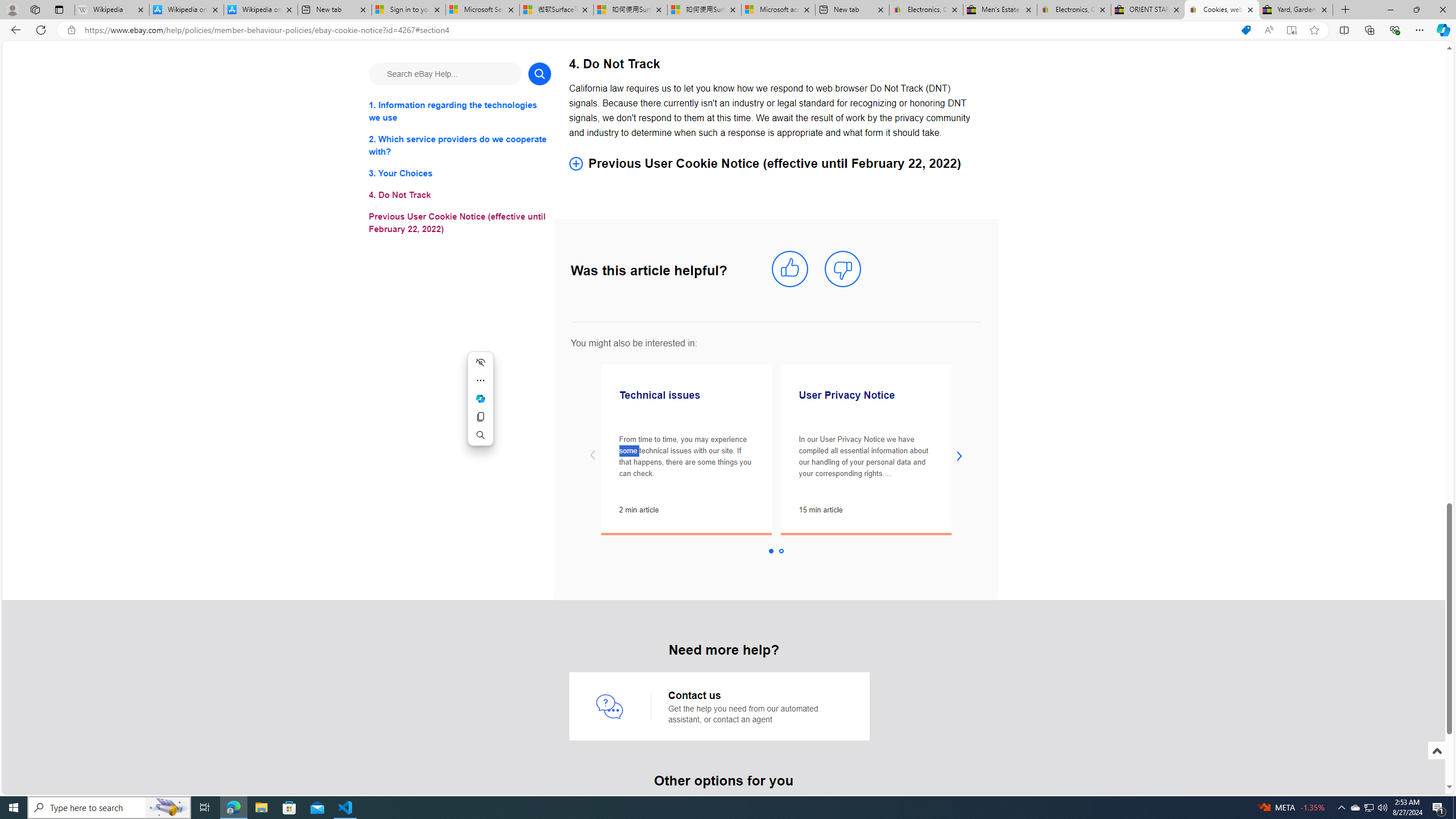 This screenshot has width=1456, height=819. Describe the element at coordinates (959, 455) in the screenshot. I see `'next slide'` at that location.